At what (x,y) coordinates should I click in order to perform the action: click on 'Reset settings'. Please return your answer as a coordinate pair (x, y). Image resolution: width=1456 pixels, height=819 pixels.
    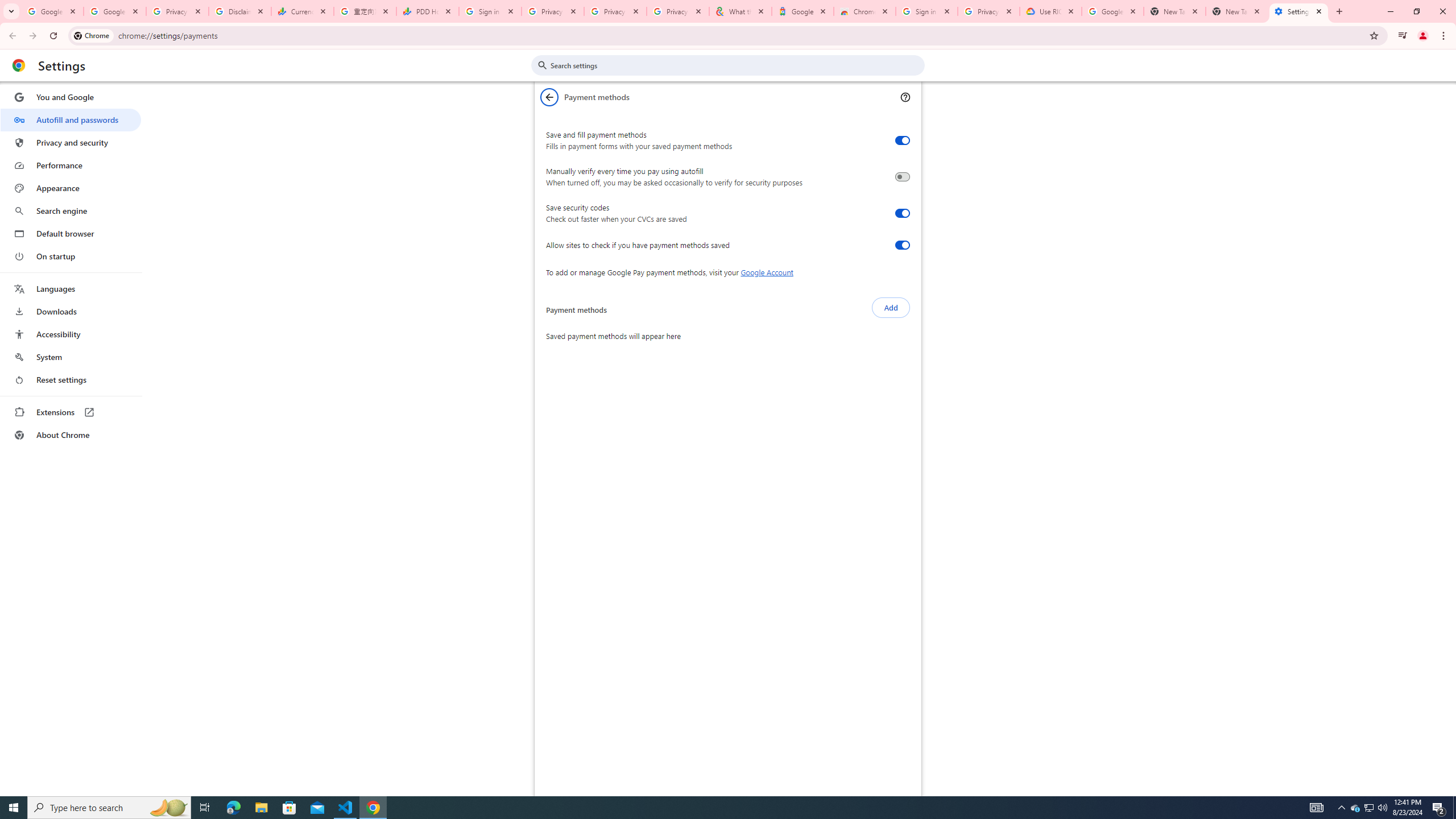
    Looking at the image, I should click on (70, 379).